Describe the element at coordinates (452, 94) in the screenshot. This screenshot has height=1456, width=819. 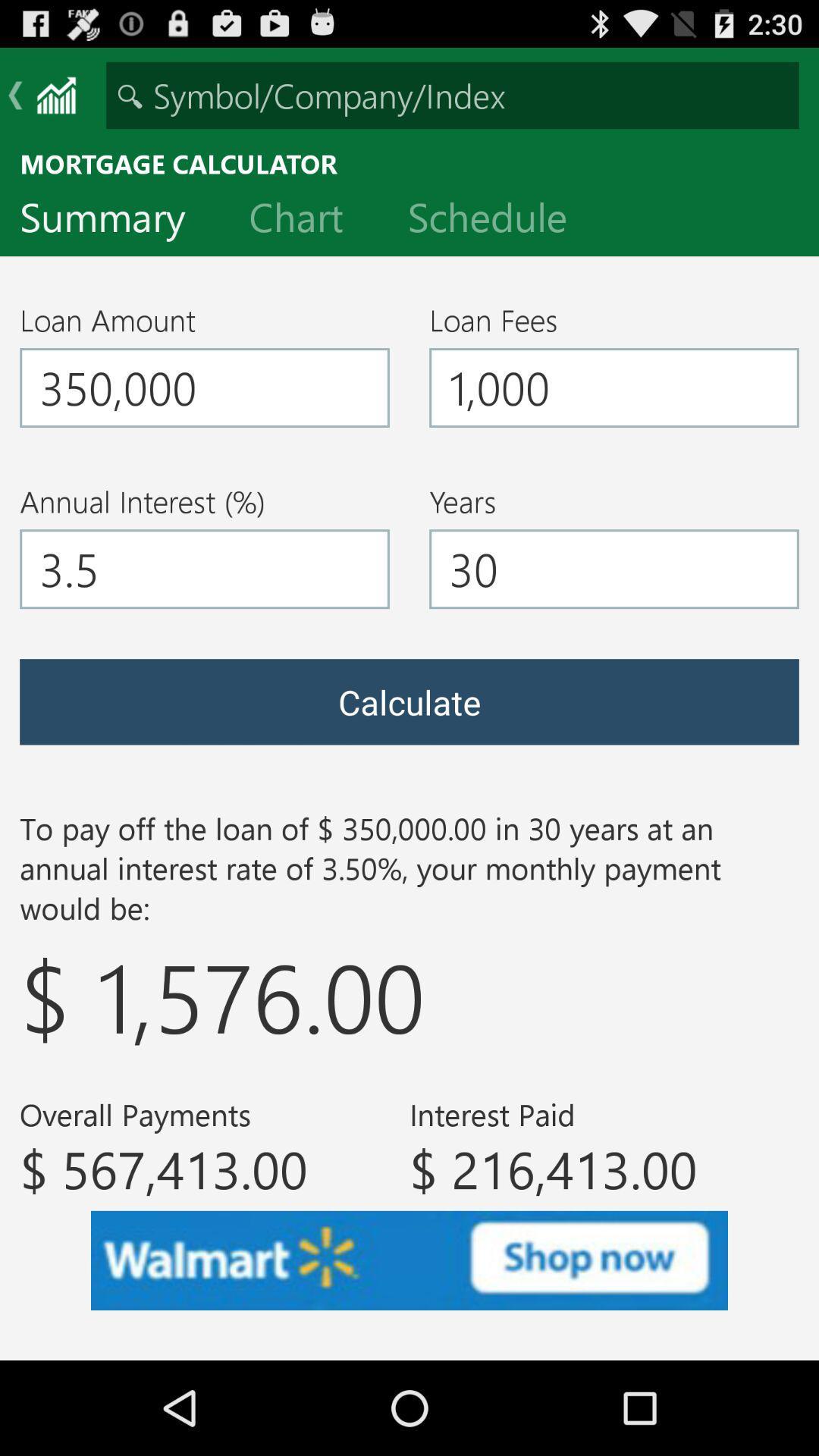
I see `item above mortgage calculator` at that location.